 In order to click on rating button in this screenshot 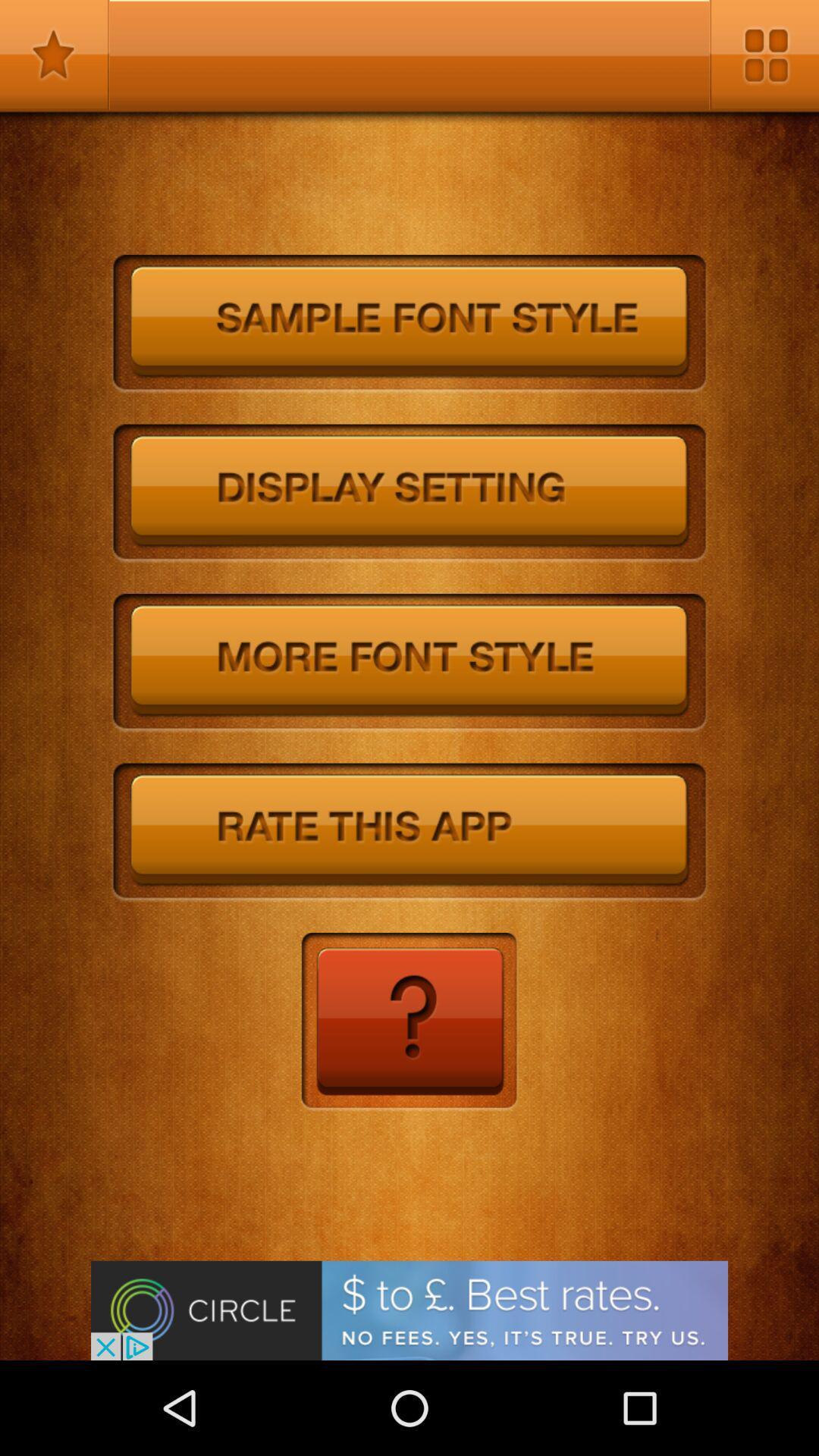, I will do `click(409, 832)`.